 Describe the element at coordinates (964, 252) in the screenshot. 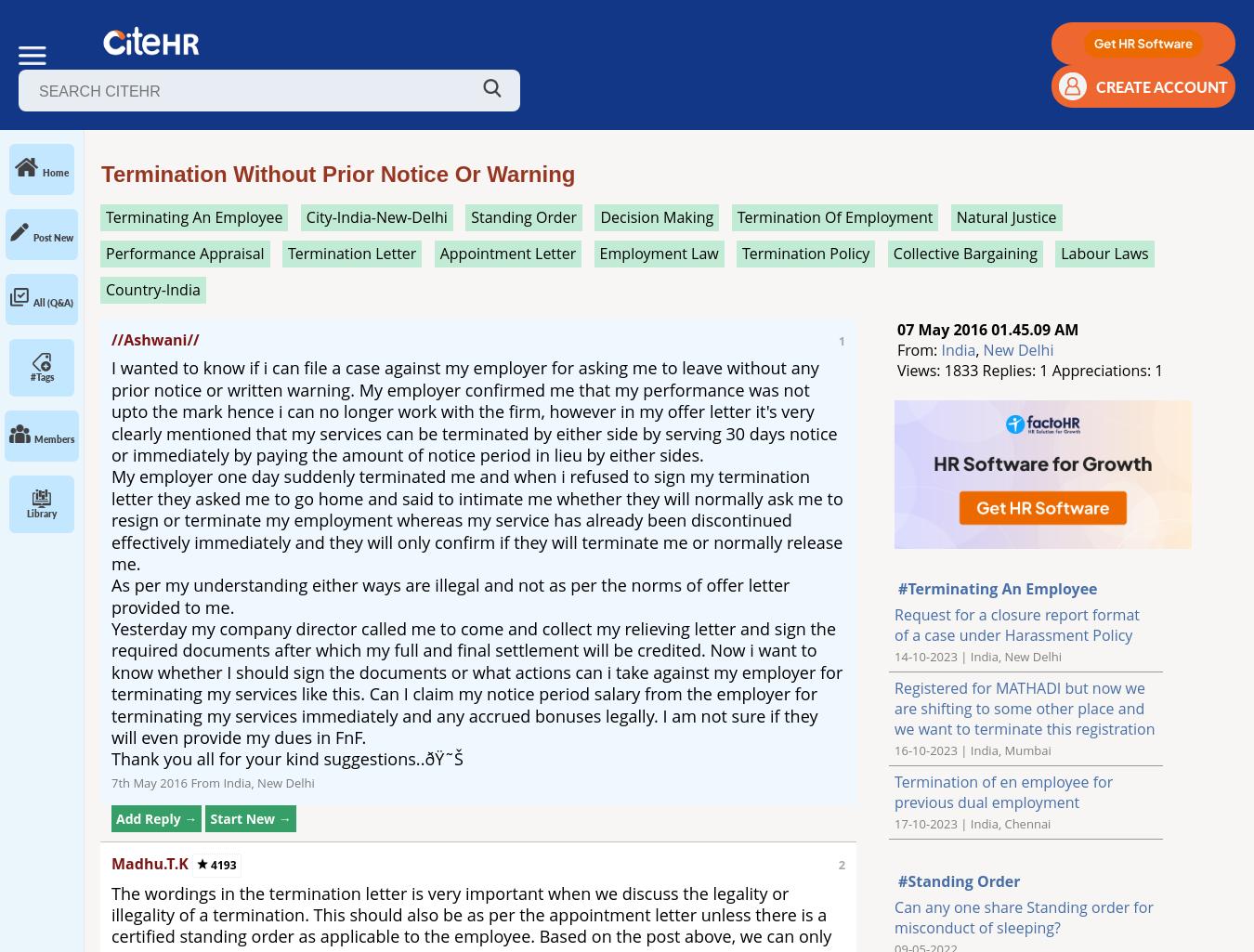

I see `'collective bargaining'` at that location.